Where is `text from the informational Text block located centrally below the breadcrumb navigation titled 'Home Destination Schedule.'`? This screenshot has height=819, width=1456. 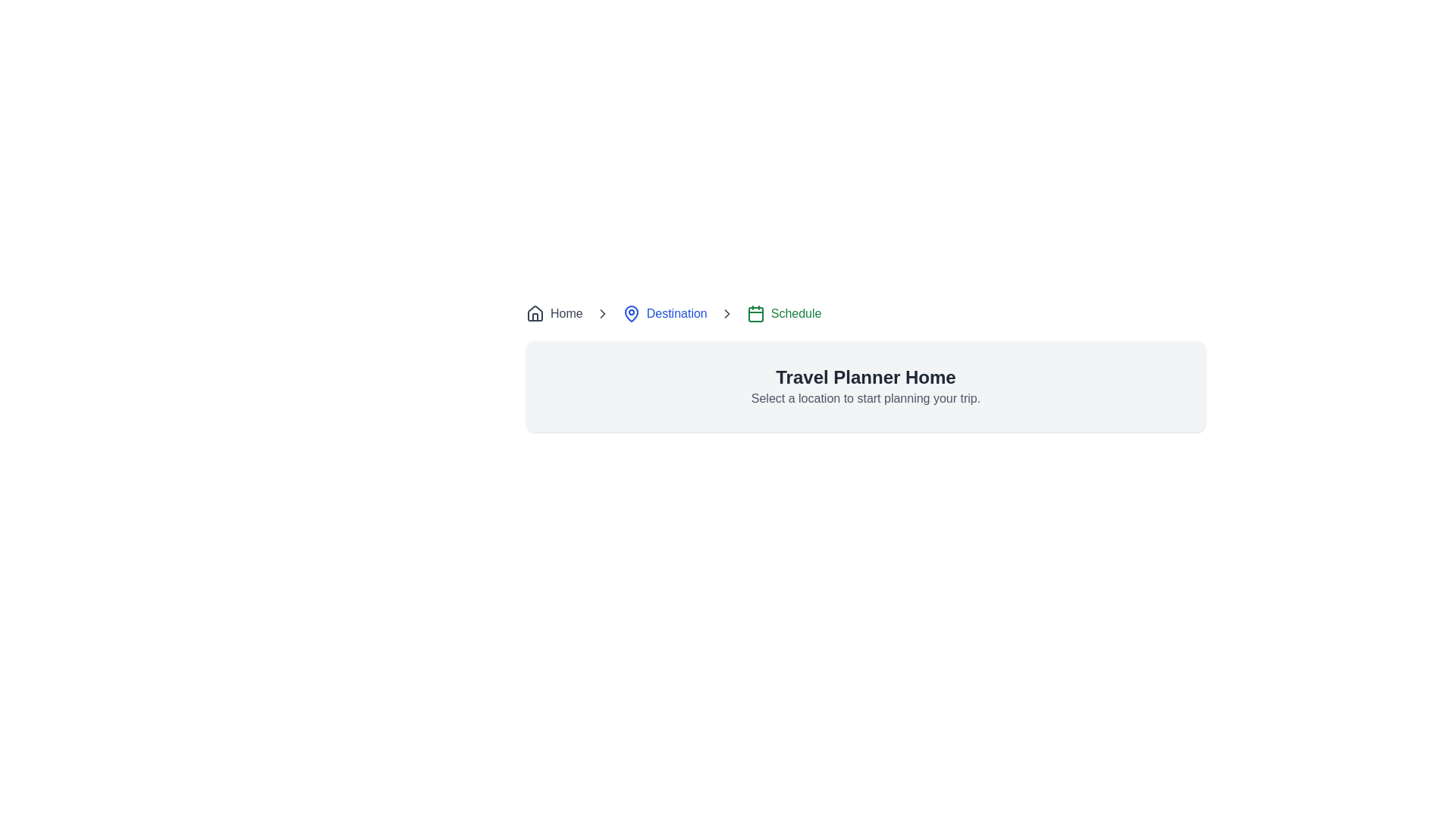
text from the informational Text block located centrally below the breadcrumb navigation titled 'Home Destination Schedule.' is located at coordinates (866, 385).